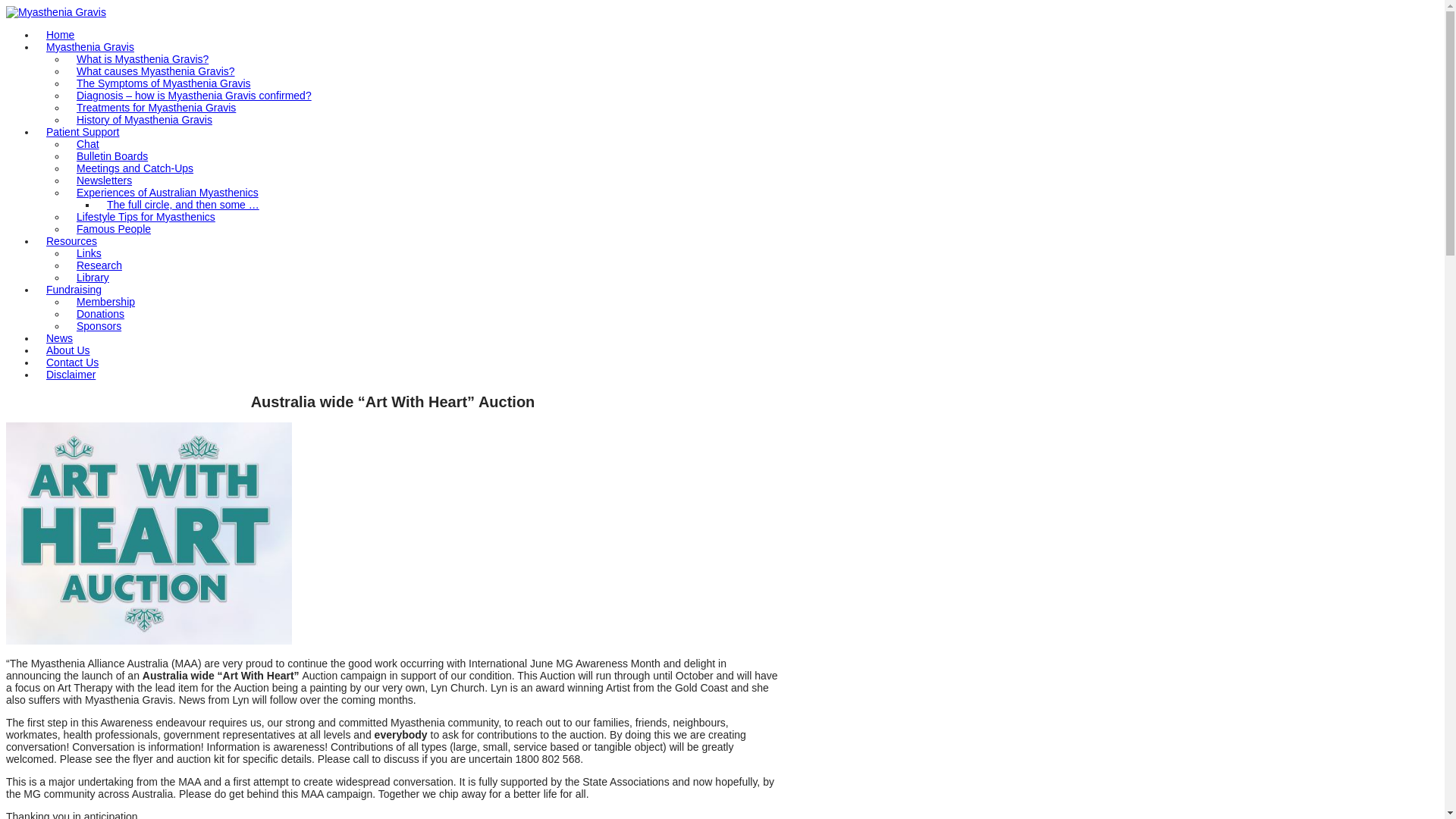 The width and height of the screenshot is (1456, 819). Describe the element at coordinates (65, 168) in the screenshot. I see `'Meetings and Catch-Ups'` at that location.